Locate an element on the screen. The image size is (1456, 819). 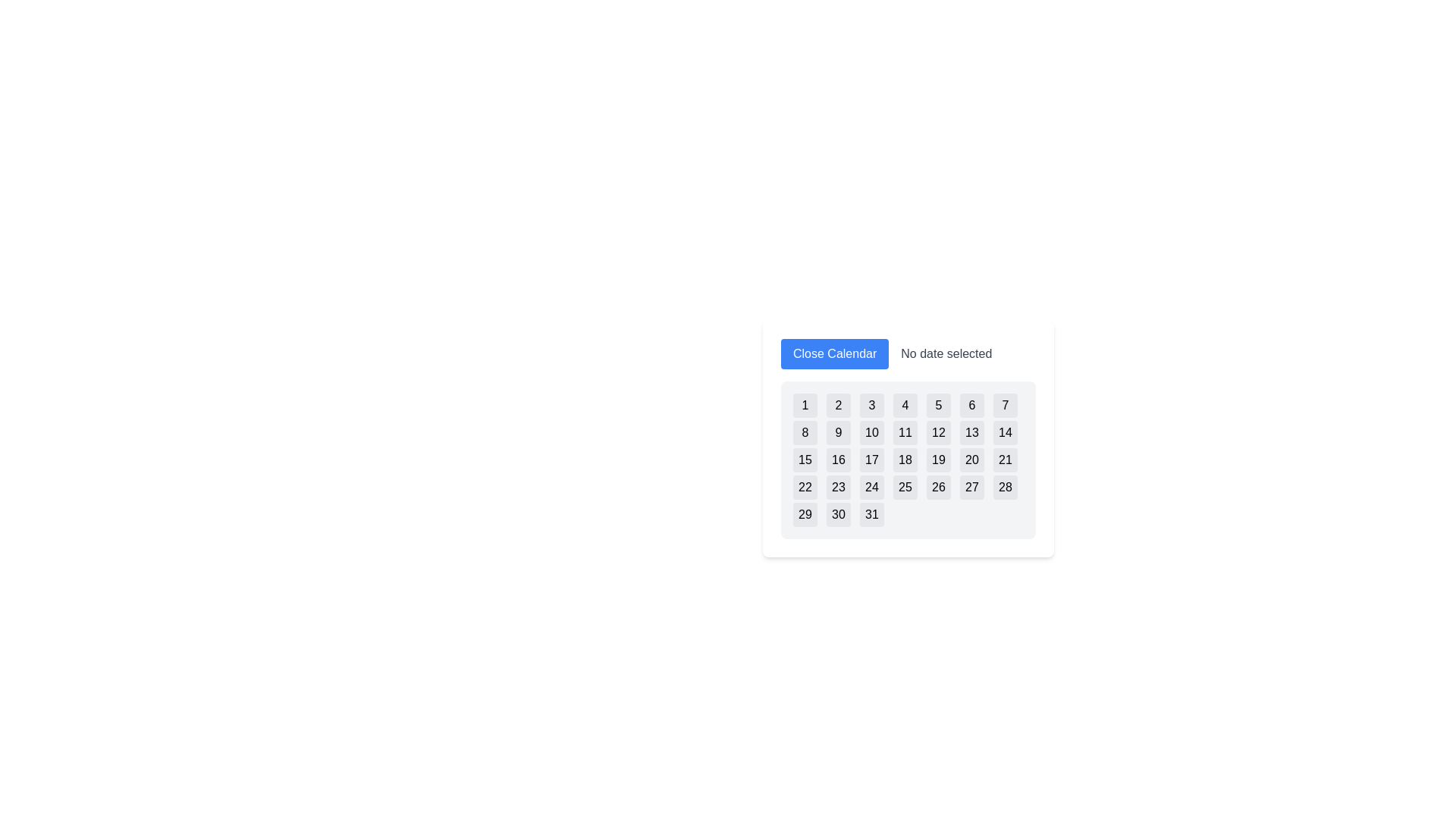
the square button with rounded corners displaying the number '14' in dark text, located in the lower-right portion of a 7x5 grid layout is located at coordinates (1005, 432).